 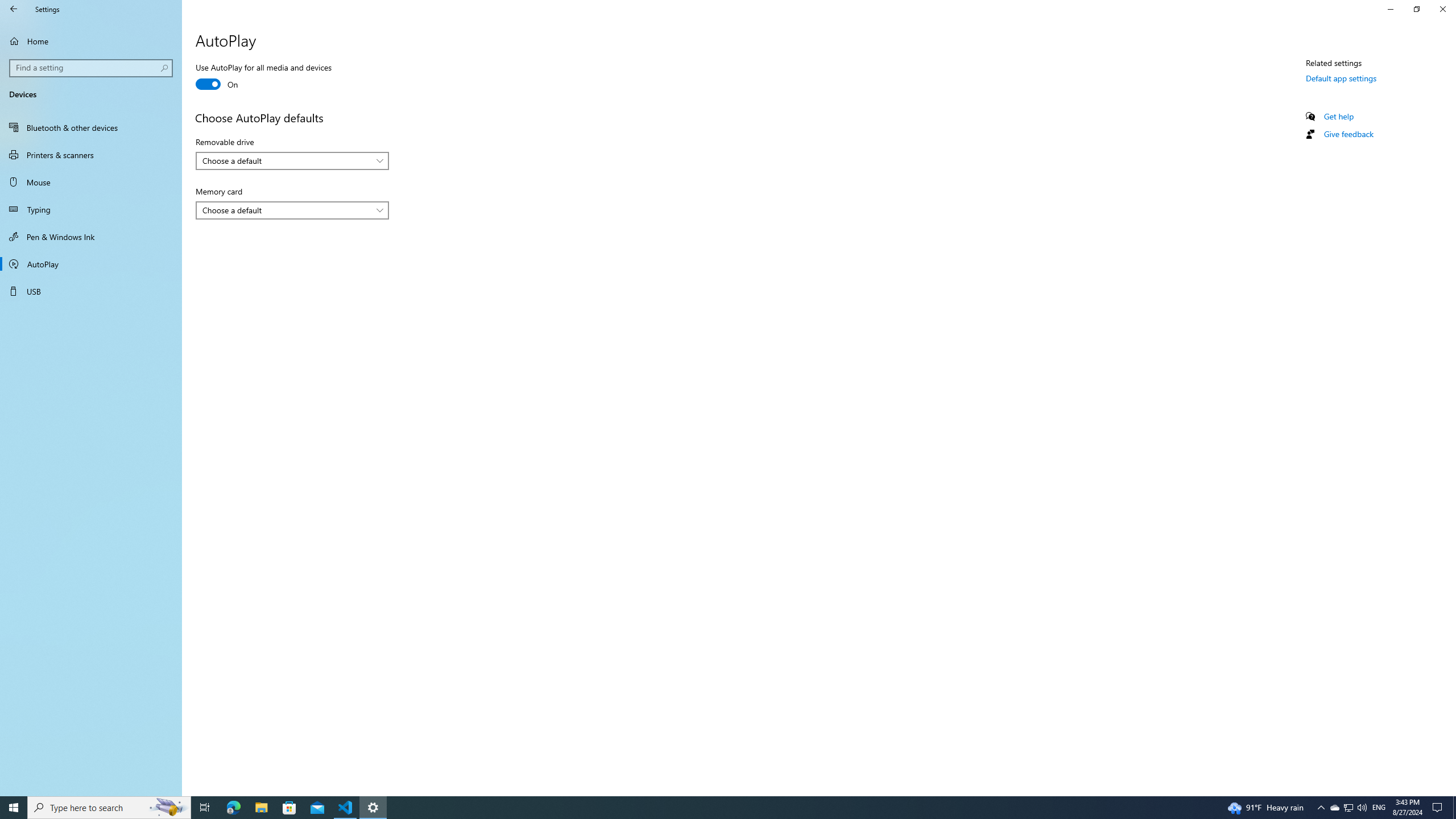 What do you see at coordinates (263, 77) in the screenshot?
I see `'Use AutoPlay for all media and devices'` at bounding box center [263, 77].